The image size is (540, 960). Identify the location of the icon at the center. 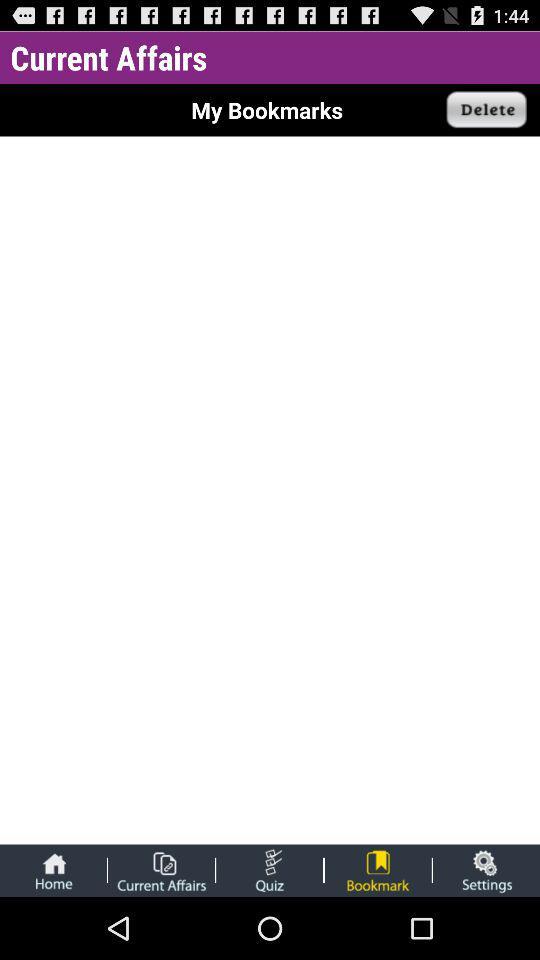
(270, 492).